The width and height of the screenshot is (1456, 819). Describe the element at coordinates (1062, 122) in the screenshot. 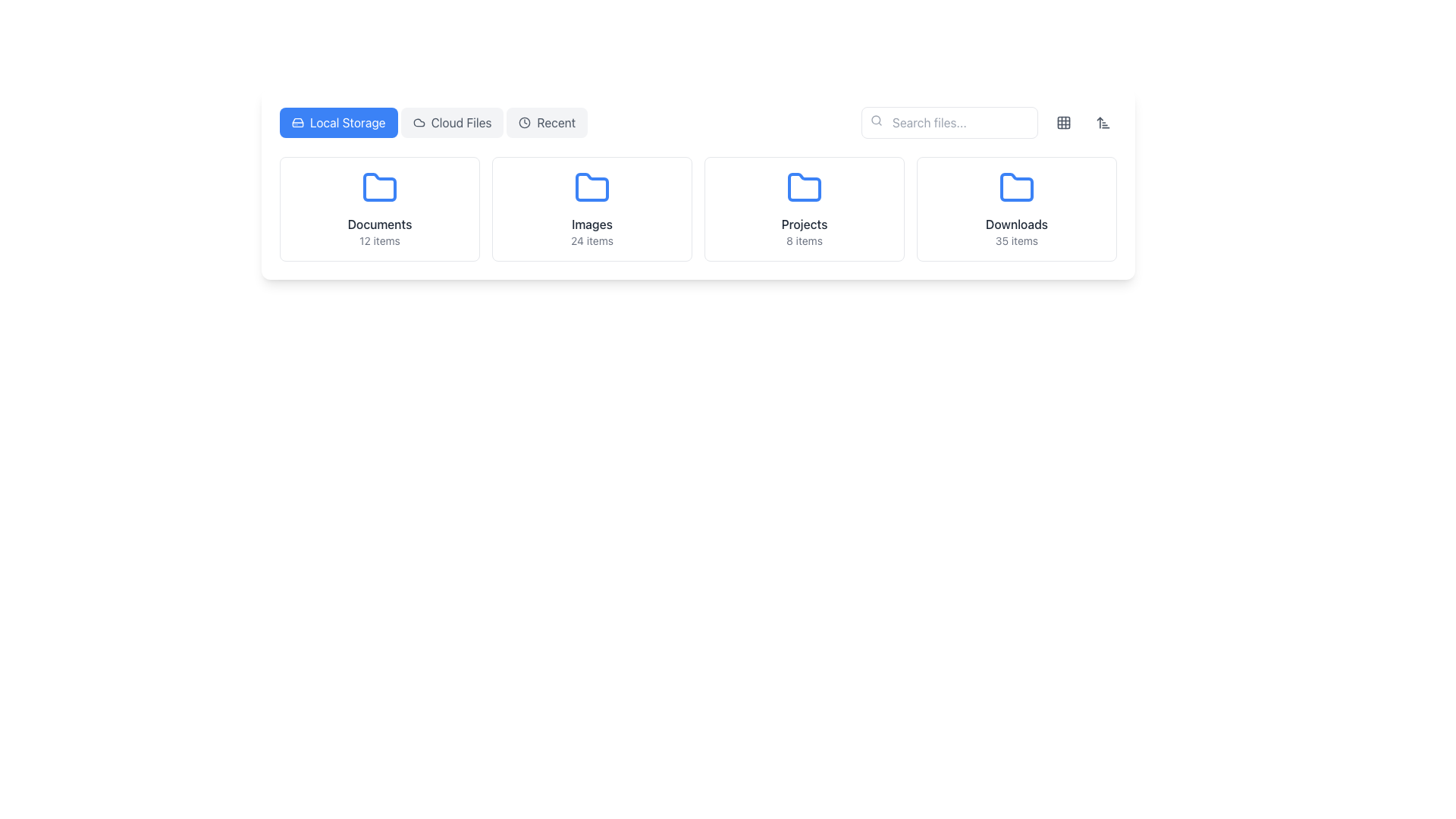

I see `the button in the top-right corner of the interface` at that location.